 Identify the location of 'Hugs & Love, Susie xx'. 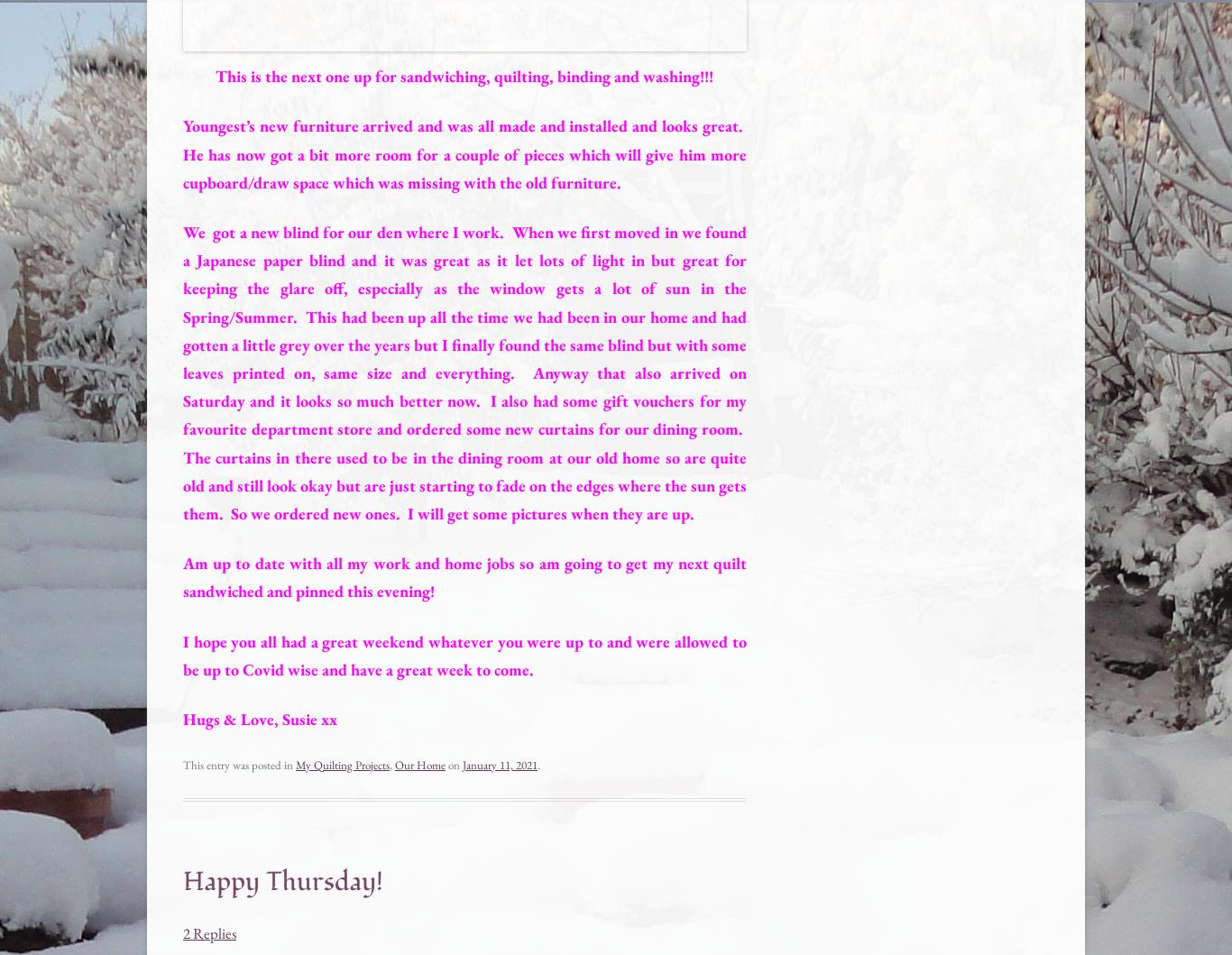
(260, 718).